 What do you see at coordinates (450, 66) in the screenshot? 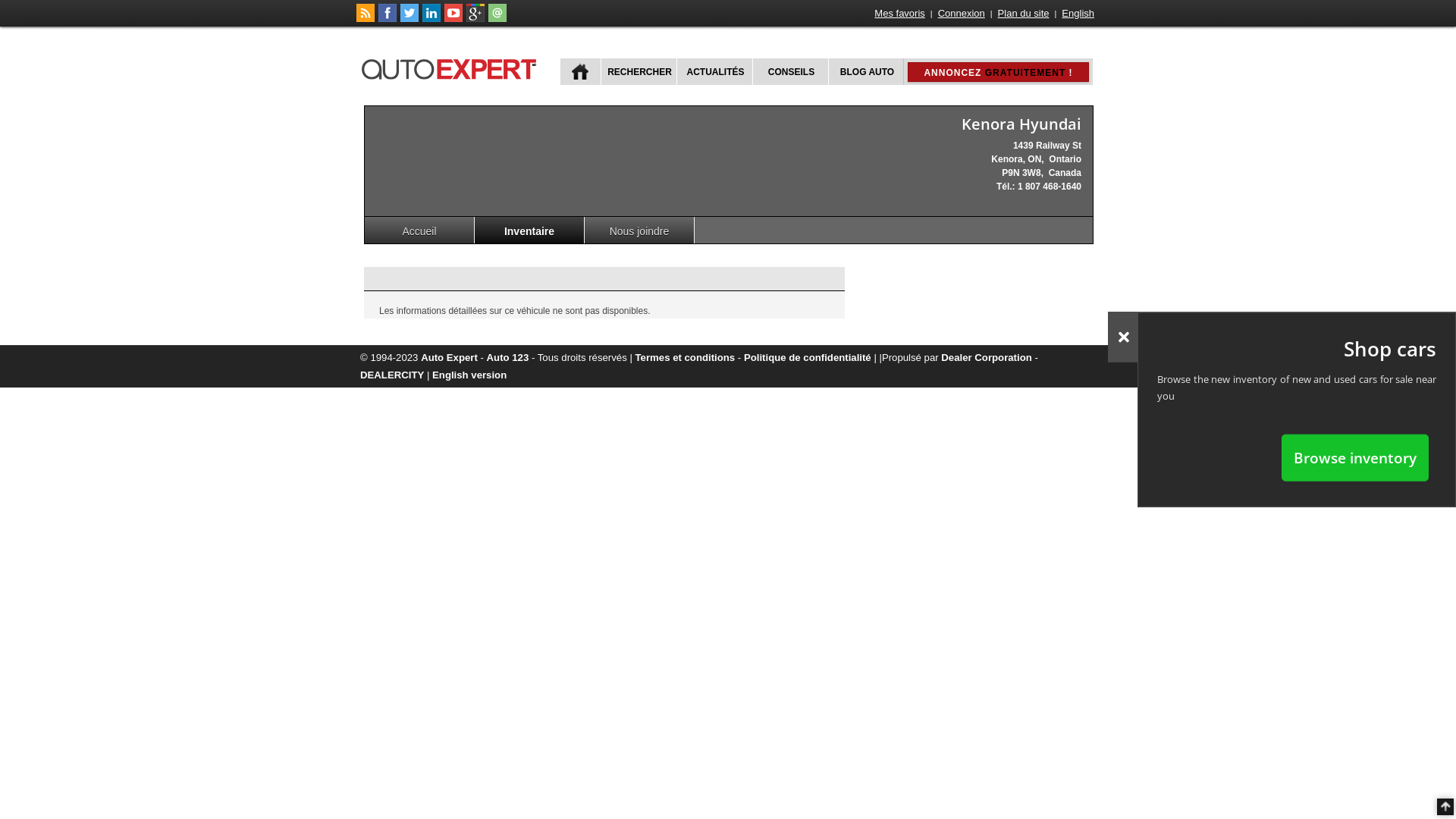
I see `'autoExpert.ca'` at bounding box center [450, 66].